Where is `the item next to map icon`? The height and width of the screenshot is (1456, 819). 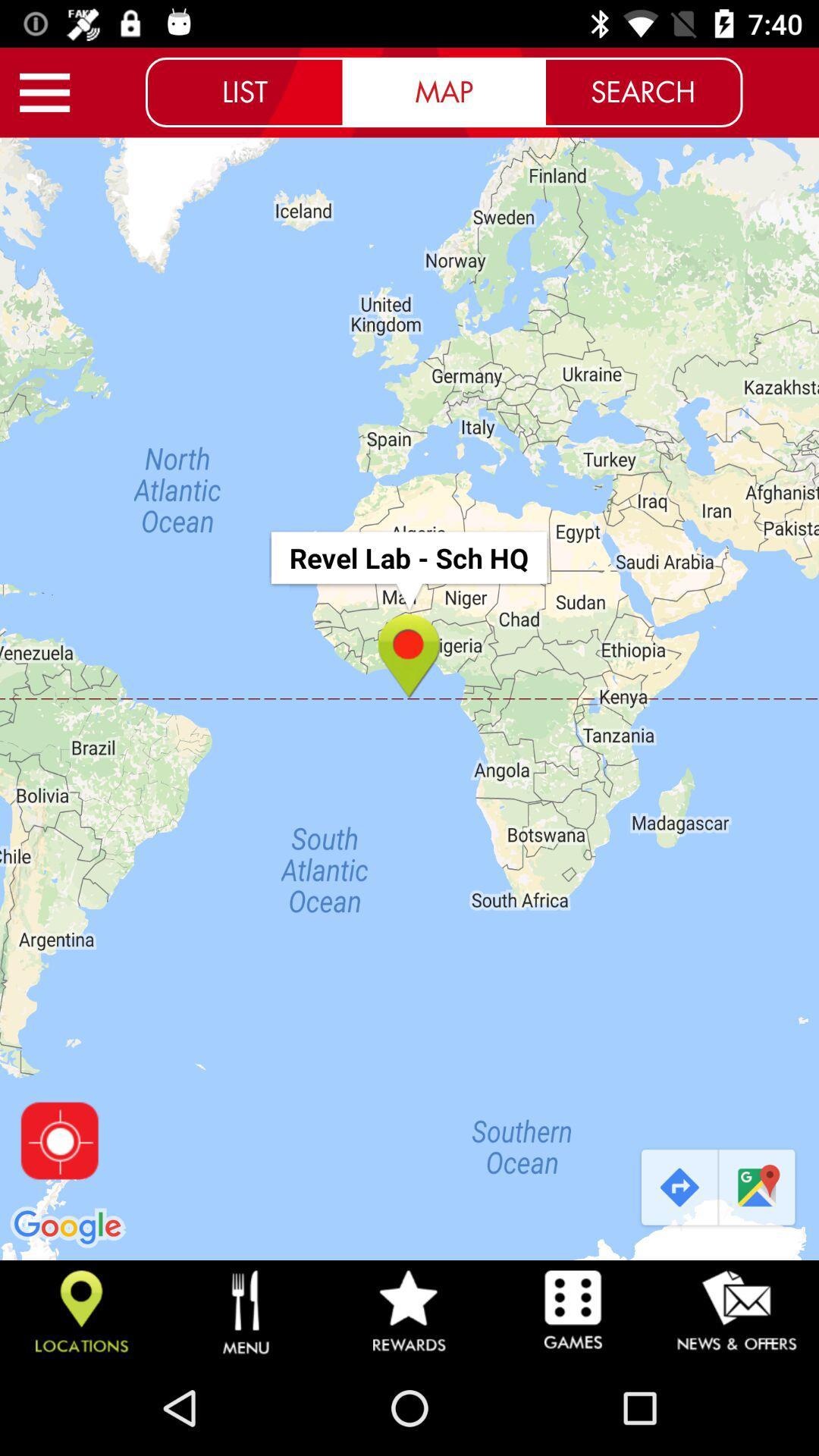 the item next to map icon is located at coordinates (244, 91).